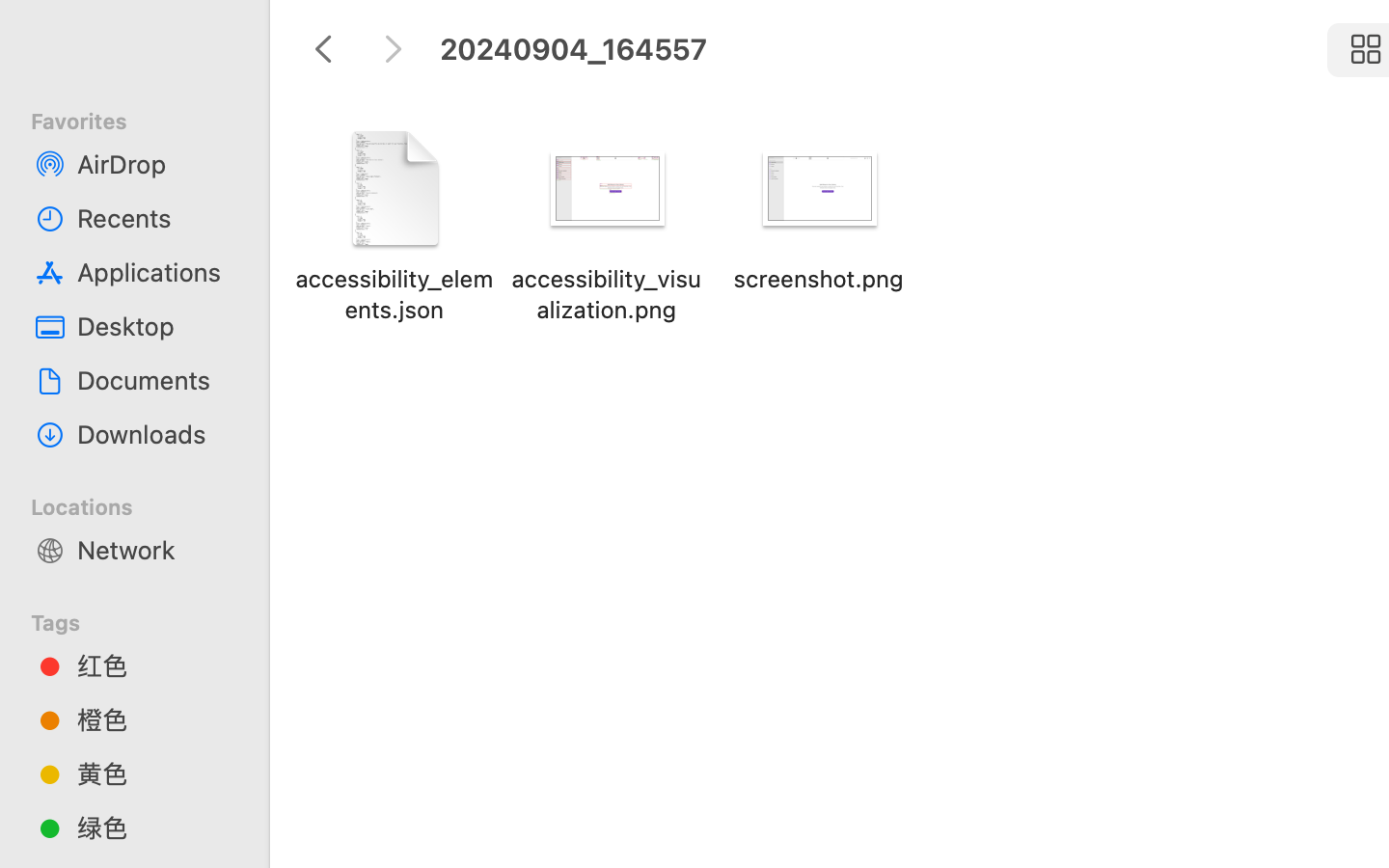 Image resolution: width=1389 pixels, height=868 pixels. I want to click on 'Favorites', so click(145, 119).